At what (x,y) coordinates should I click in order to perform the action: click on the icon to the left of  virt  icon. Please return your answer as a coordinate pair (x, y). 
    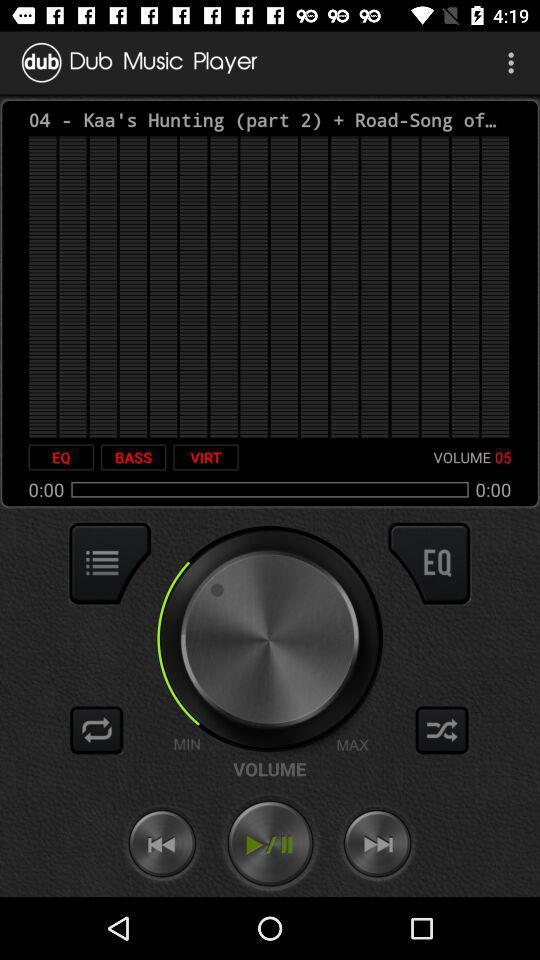
    Looking at the image, I should click on (133, 457).